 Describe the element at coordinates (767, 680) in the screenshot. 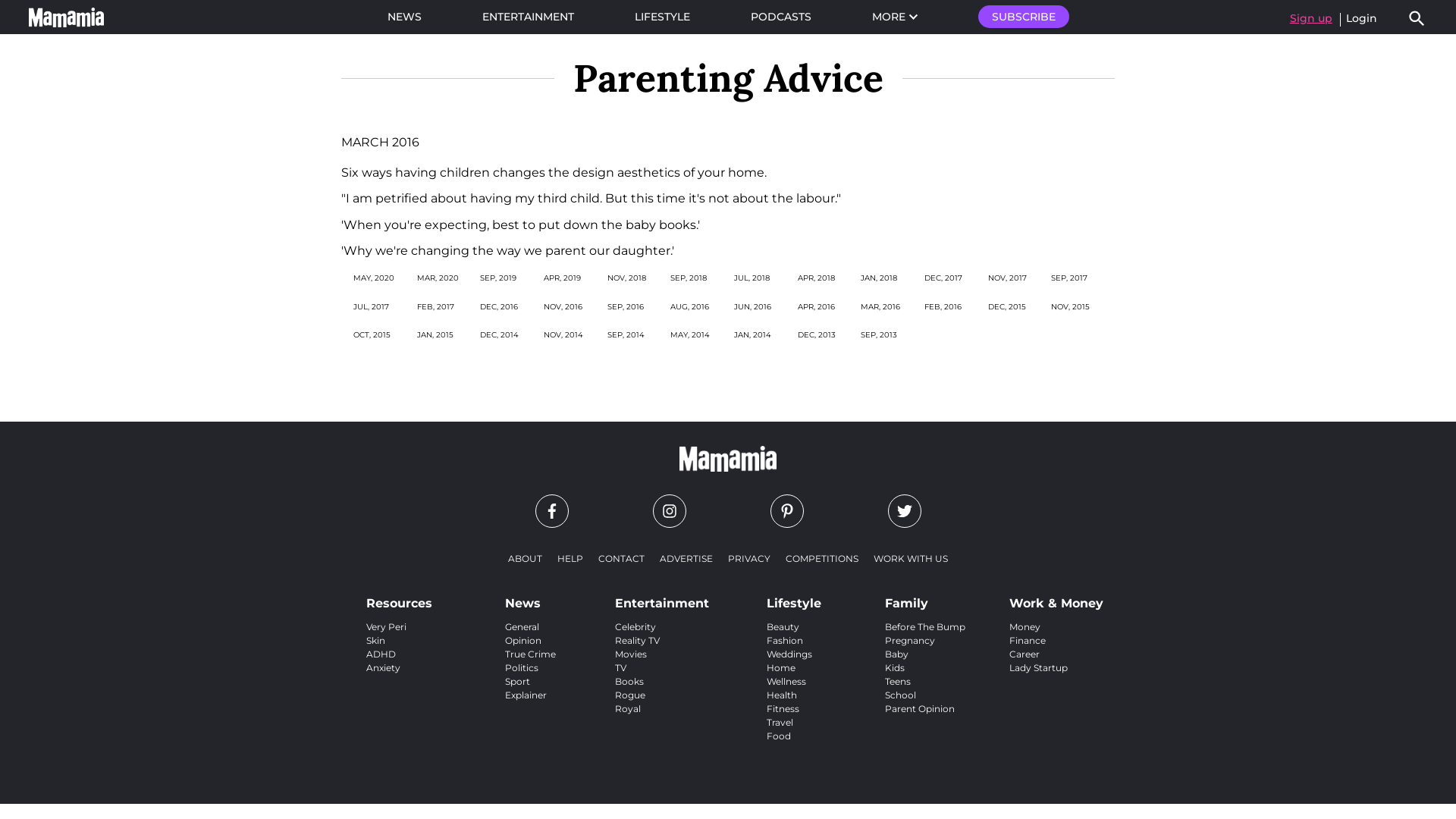

I see `'Wellness'` at that location.